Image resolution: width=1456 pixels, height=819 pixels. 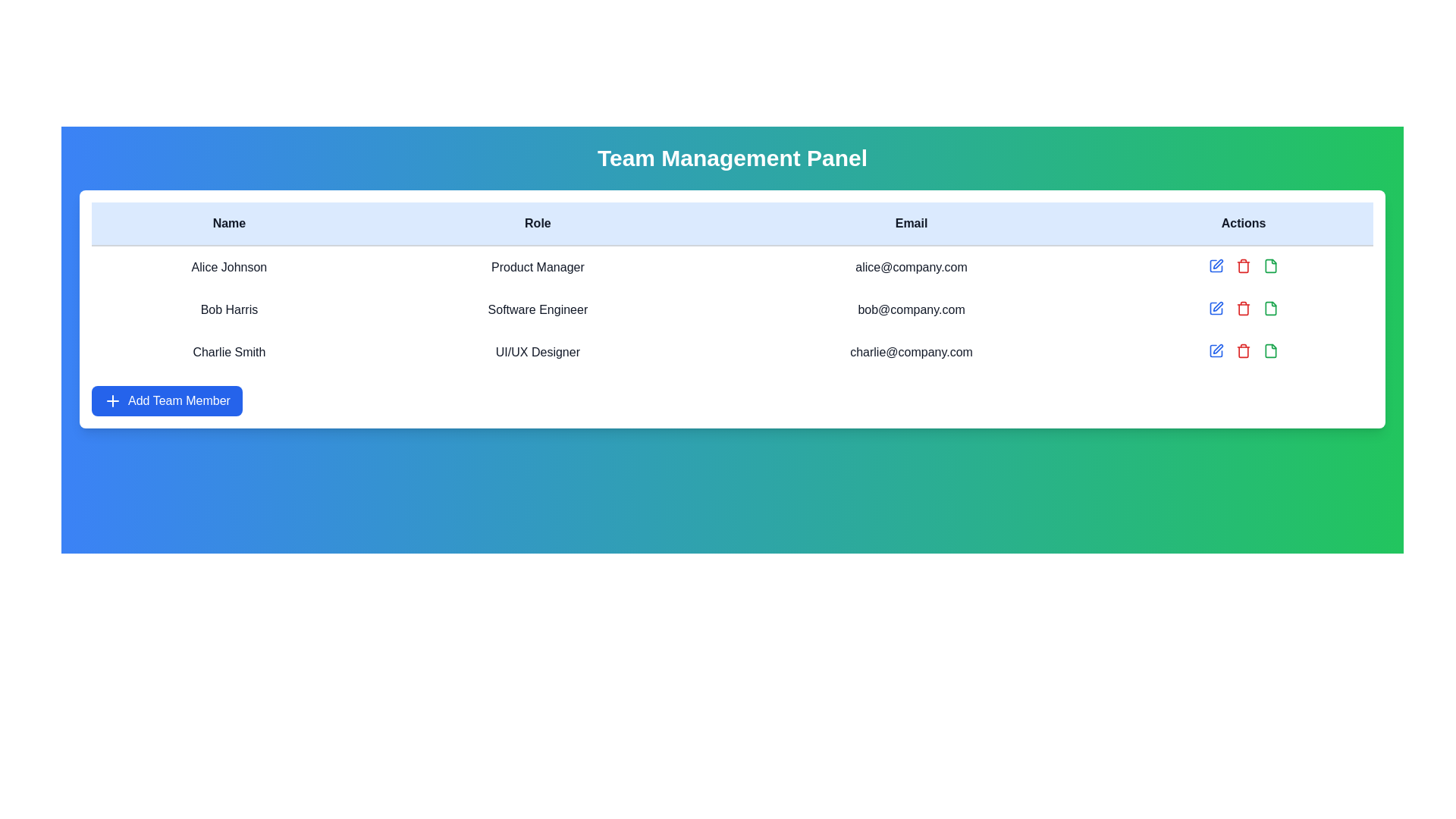 I want to click on the email address displayed for the team member 'Charlie Smith' in the 'Email' column of the 'Team Management Panel' table, so click(x=911, y=353).